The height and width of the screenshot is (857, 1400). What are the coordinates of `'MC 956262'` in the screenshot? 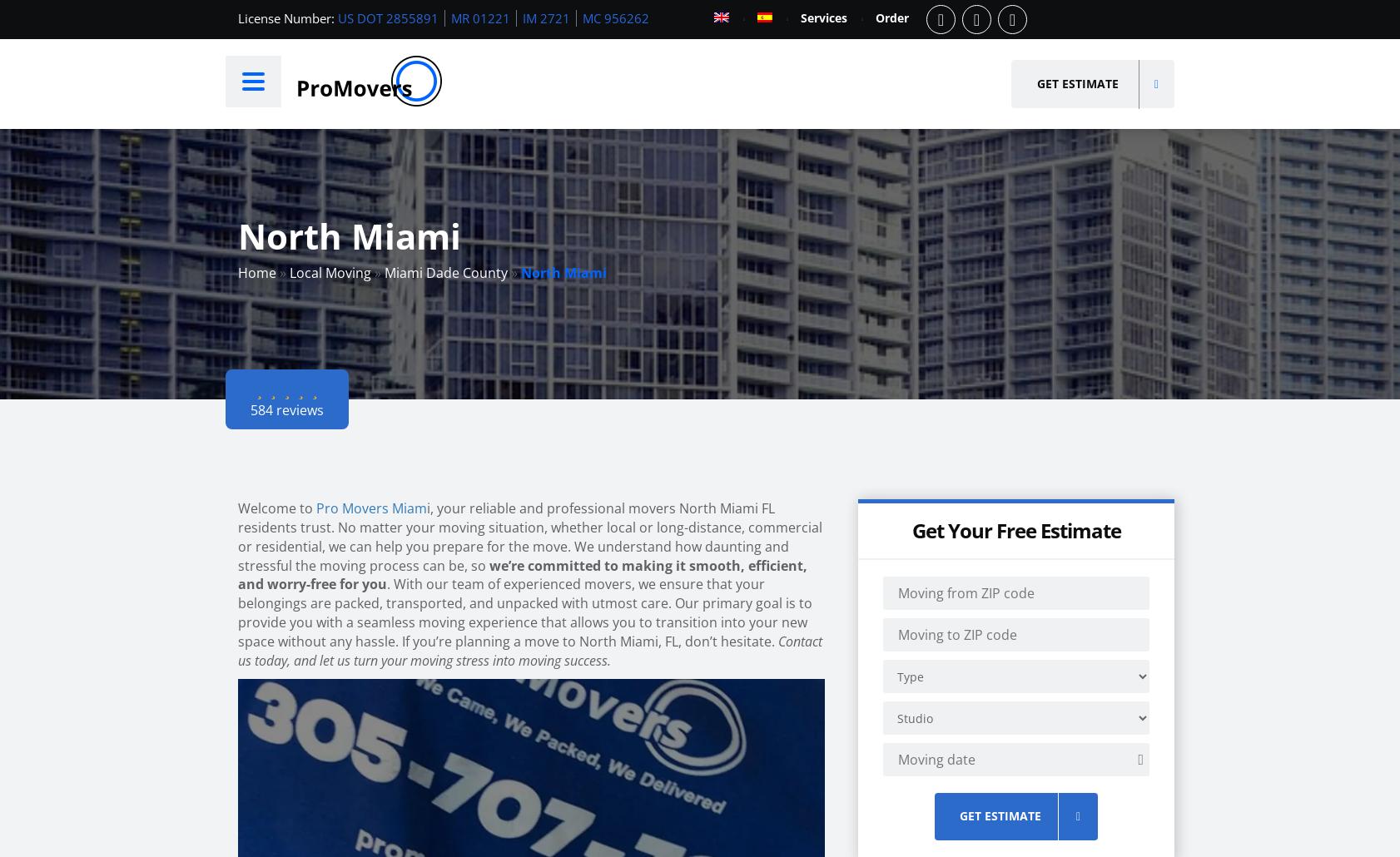 It's located at (616, 18).